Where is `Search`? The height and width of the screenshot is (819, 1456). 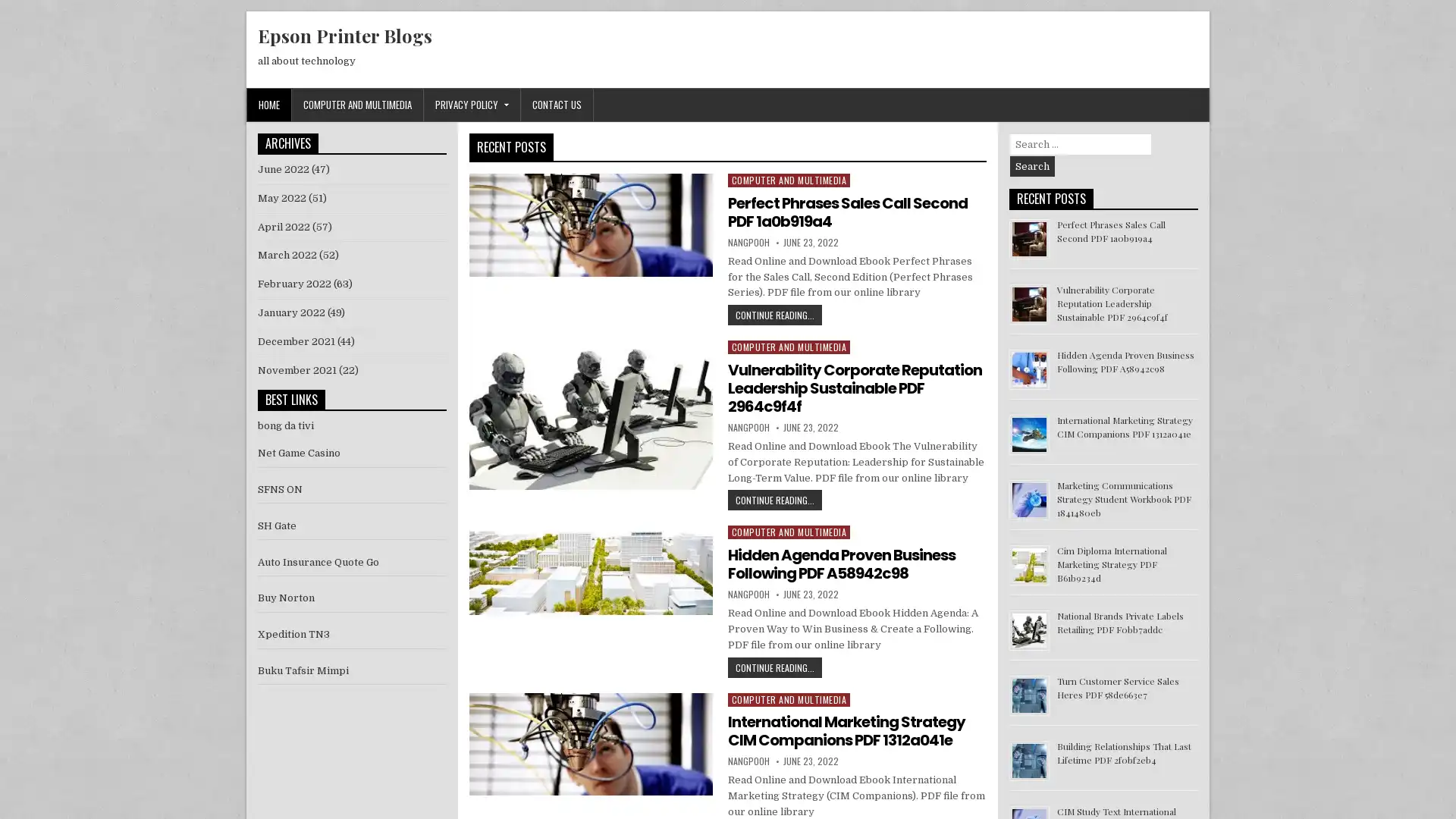 Search is located at coordinates (1031, 166).